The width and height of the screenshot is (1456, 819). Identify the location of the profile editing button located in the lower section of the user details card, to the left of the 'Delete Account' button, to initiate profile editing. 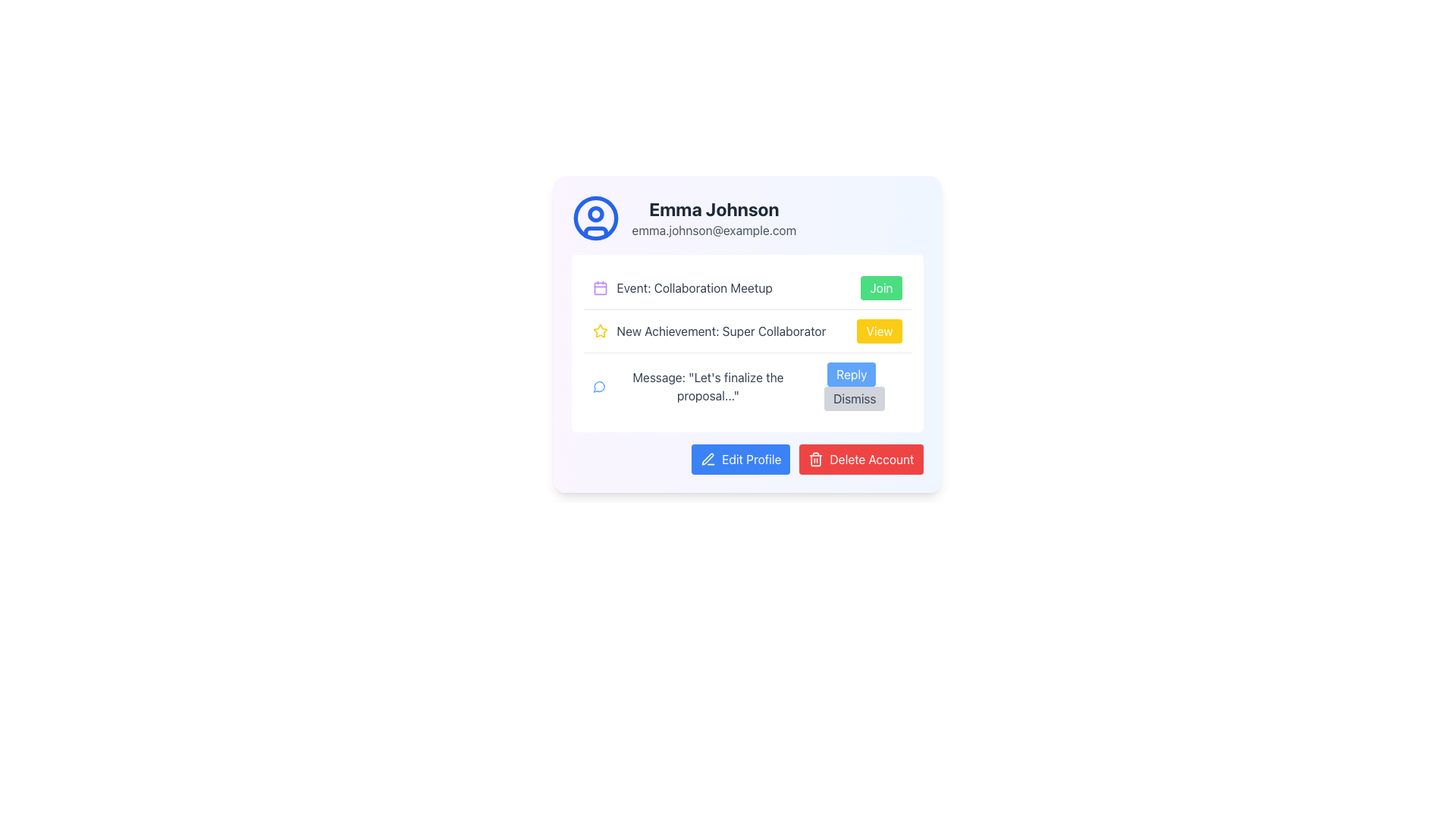
(741, 458).